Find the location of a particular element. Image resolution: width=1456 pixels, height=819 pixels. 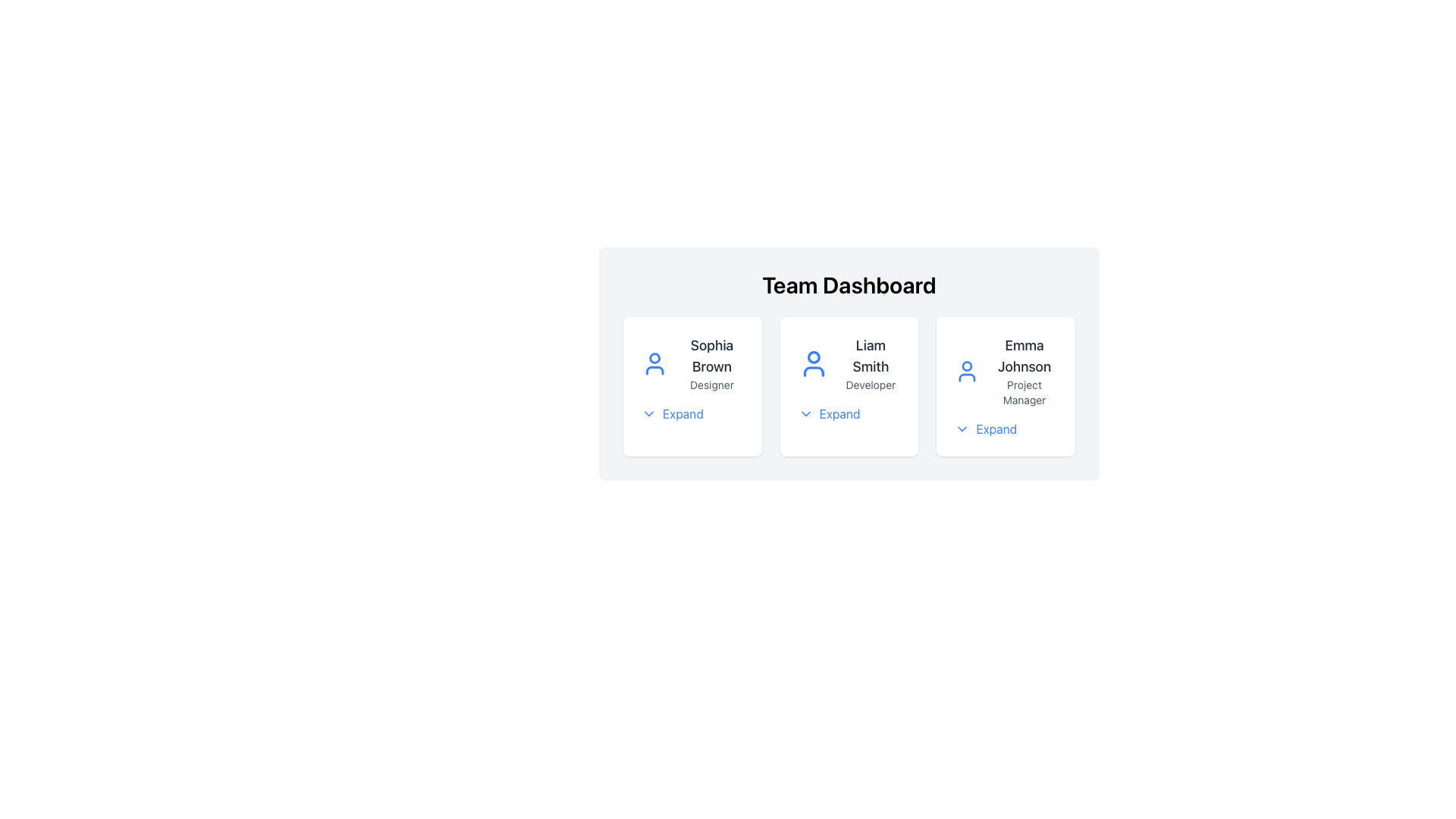

the user icon representing 'Emma Johnson' located in the rightmost card under the 'Team Dashboard' heading is located at coordinates (966, 371).